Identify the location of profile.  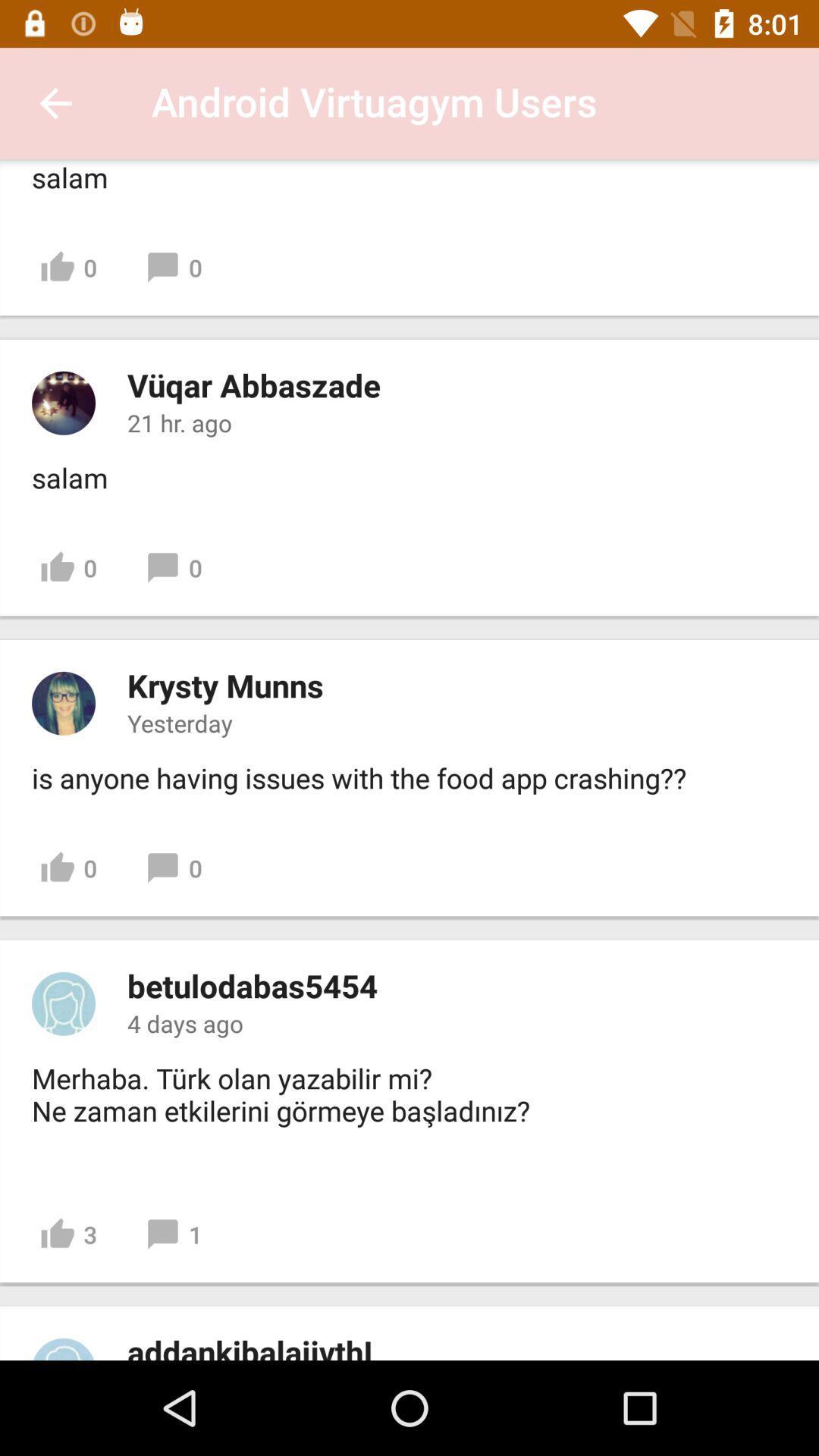
(63, 403).